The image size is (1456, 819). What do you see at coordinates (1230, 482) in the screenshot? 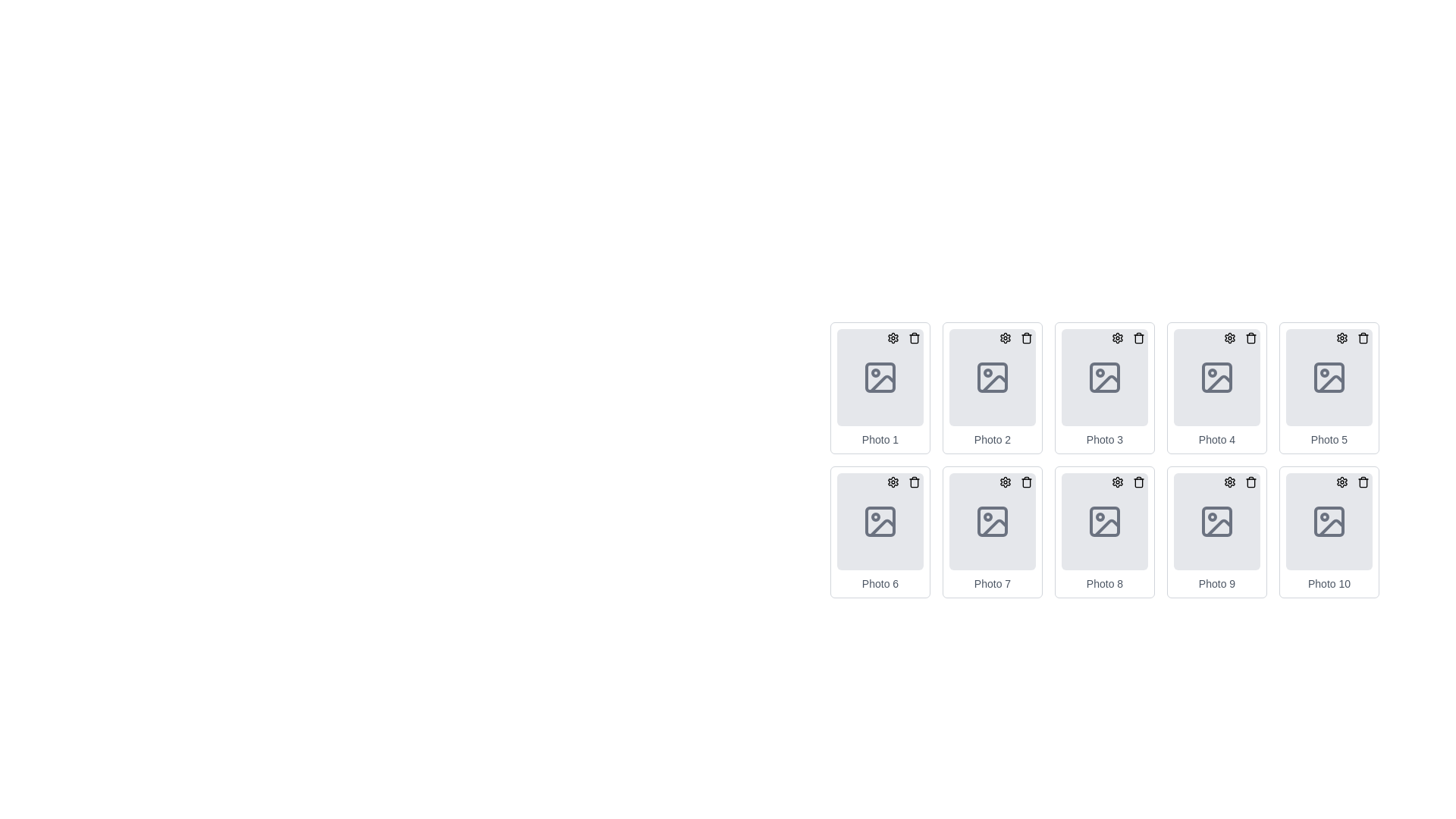
I see `the settings button located at the top-left corner of the 'Photo 9' card` at bounding box center [1230, 482].